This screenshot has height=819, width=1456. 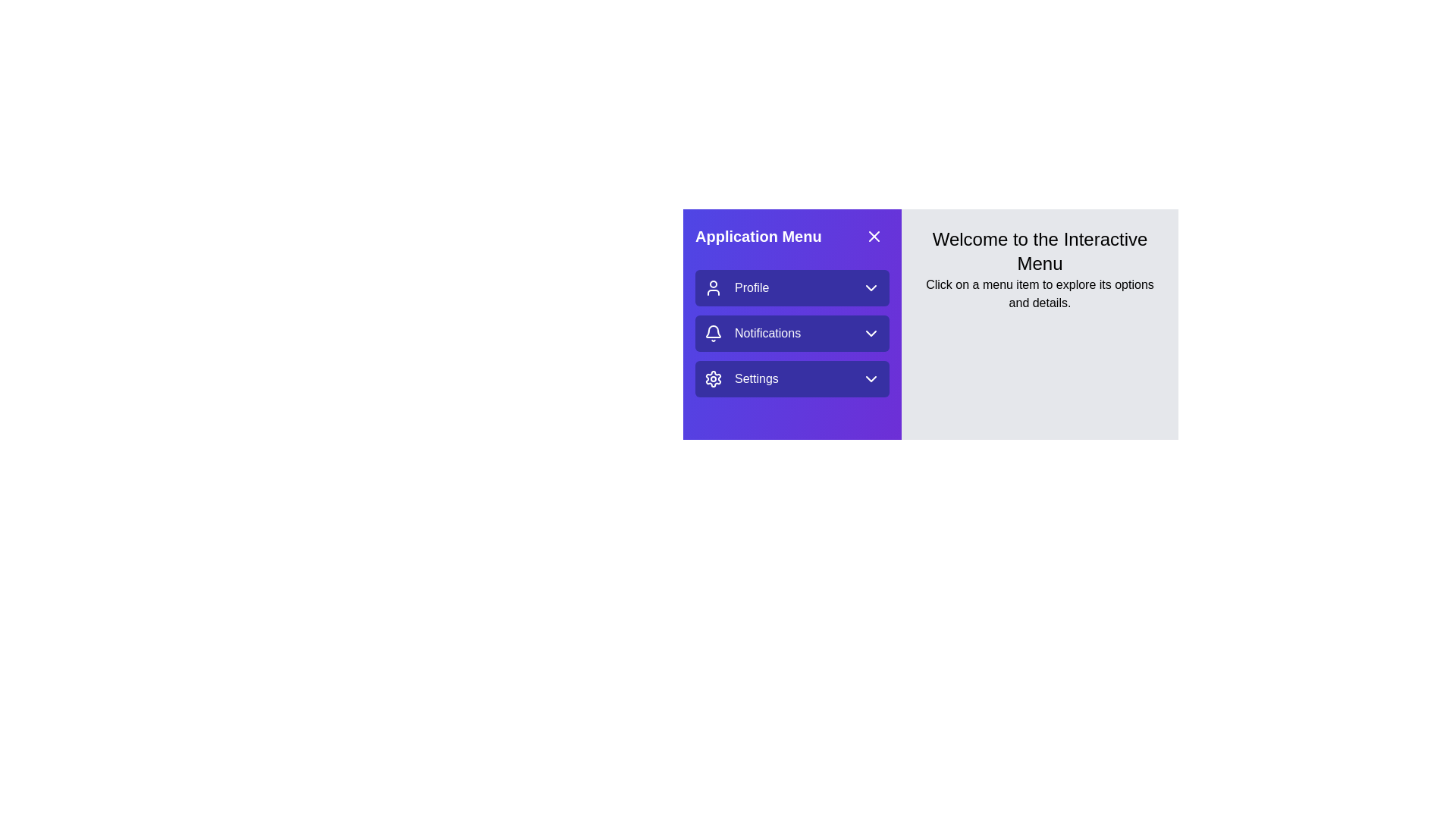 What do you see at coordinates (792, 237) in the screenshot?
I see `title of the left-side application menu header, which is located at the top of the vertical menu panel and includes a close button` at bounding box center [792, 237].